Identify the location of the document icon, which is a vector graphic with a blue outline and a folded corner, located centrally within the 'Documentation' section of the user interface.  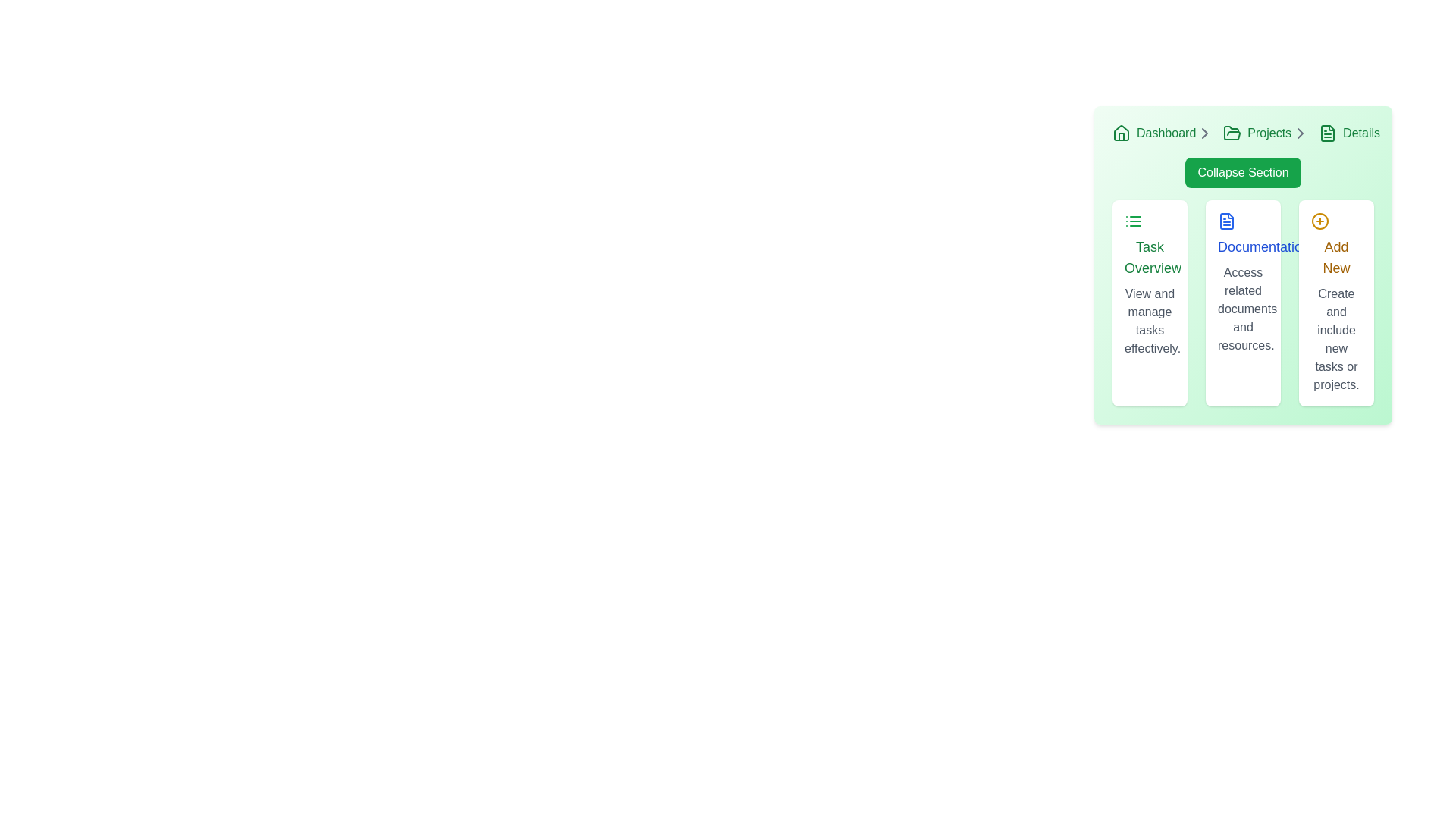
(1226, 221).